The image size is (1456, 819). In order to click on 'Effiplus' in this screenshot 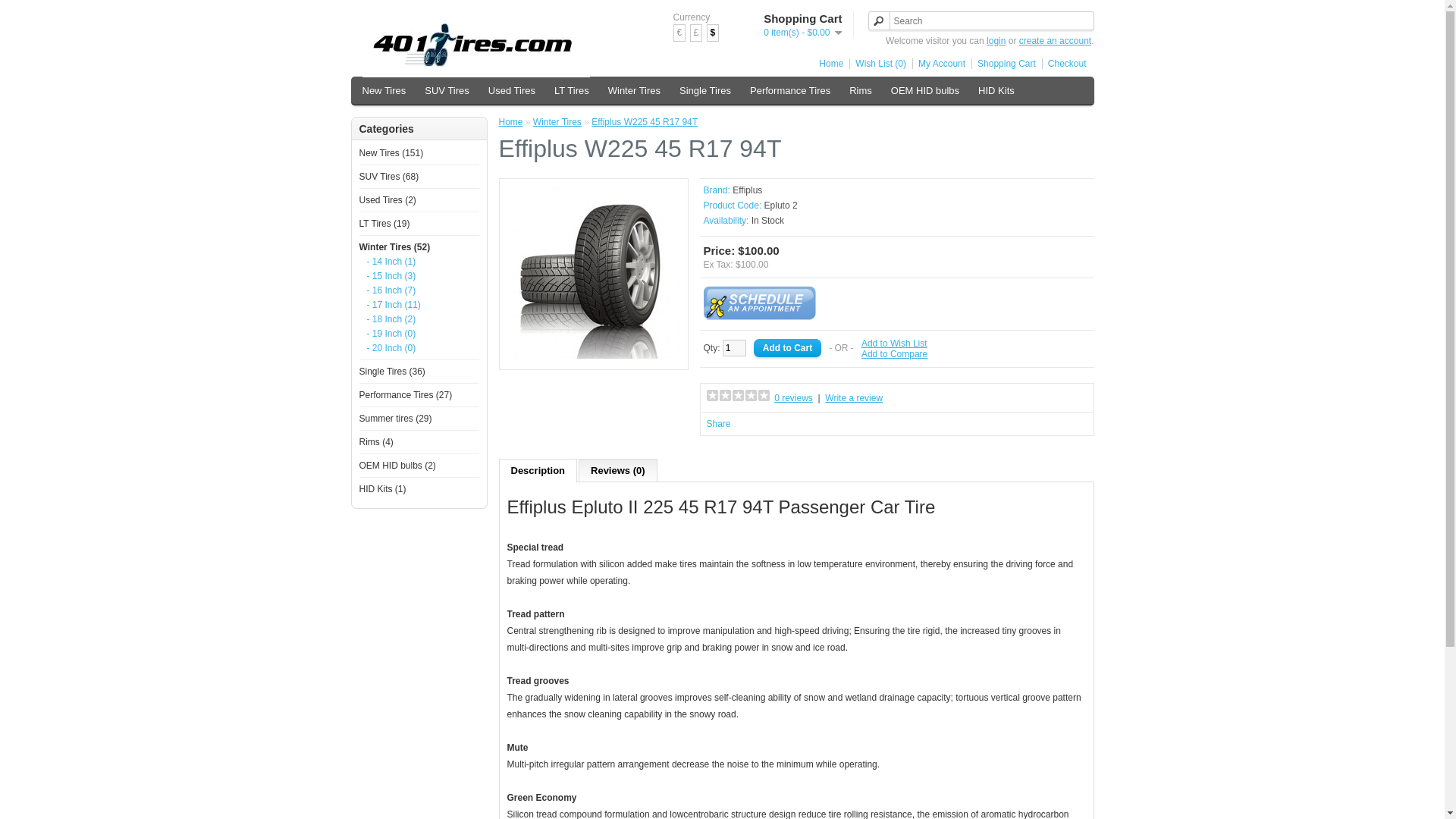, I will do `click(747, 189)`.